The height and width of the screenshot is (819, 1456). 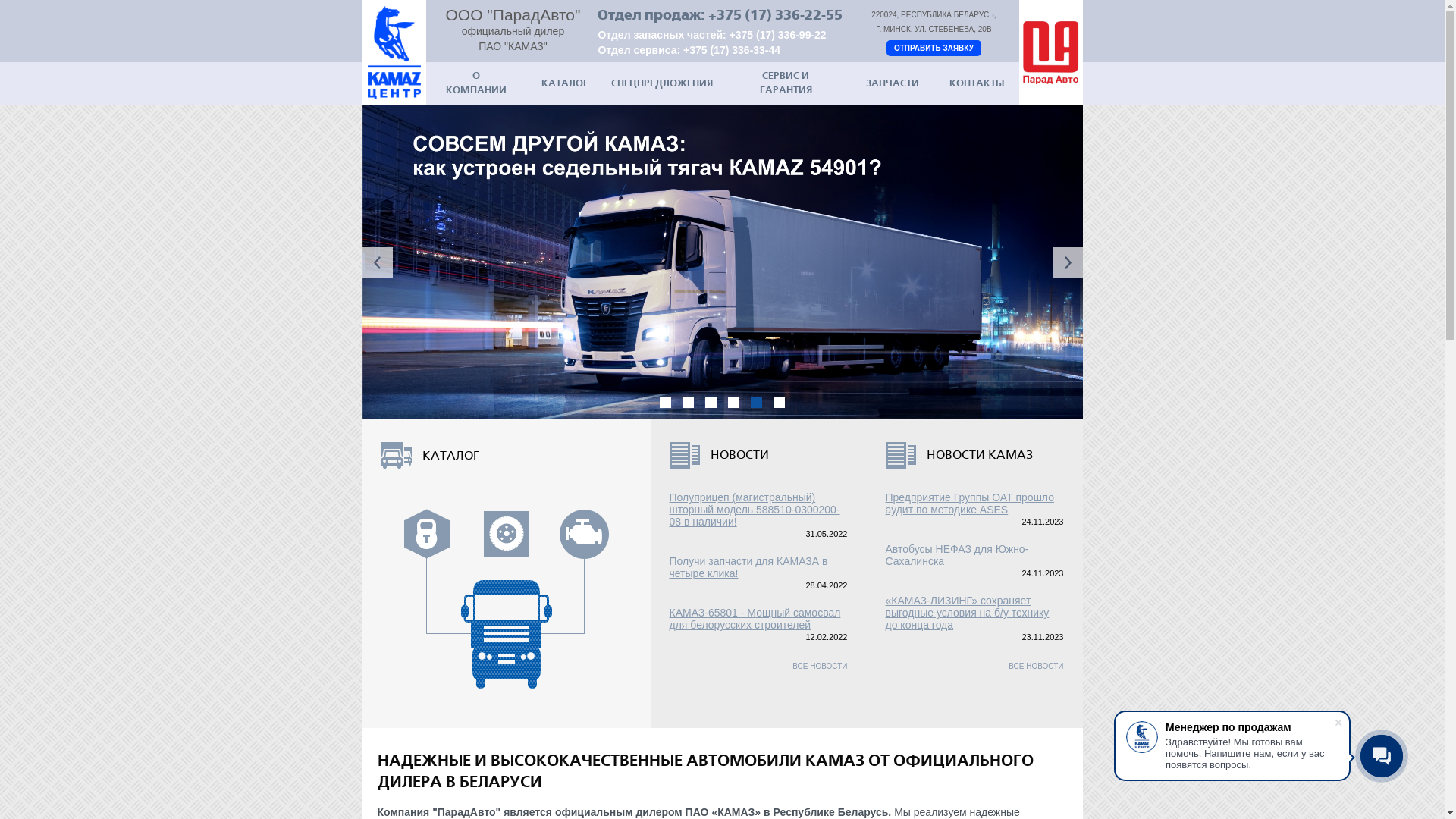 What do you see at coordinates (778, 34) in the screenshot?
I see `'+375 (17) 336-99-22'` at bounding box center [778, 34].